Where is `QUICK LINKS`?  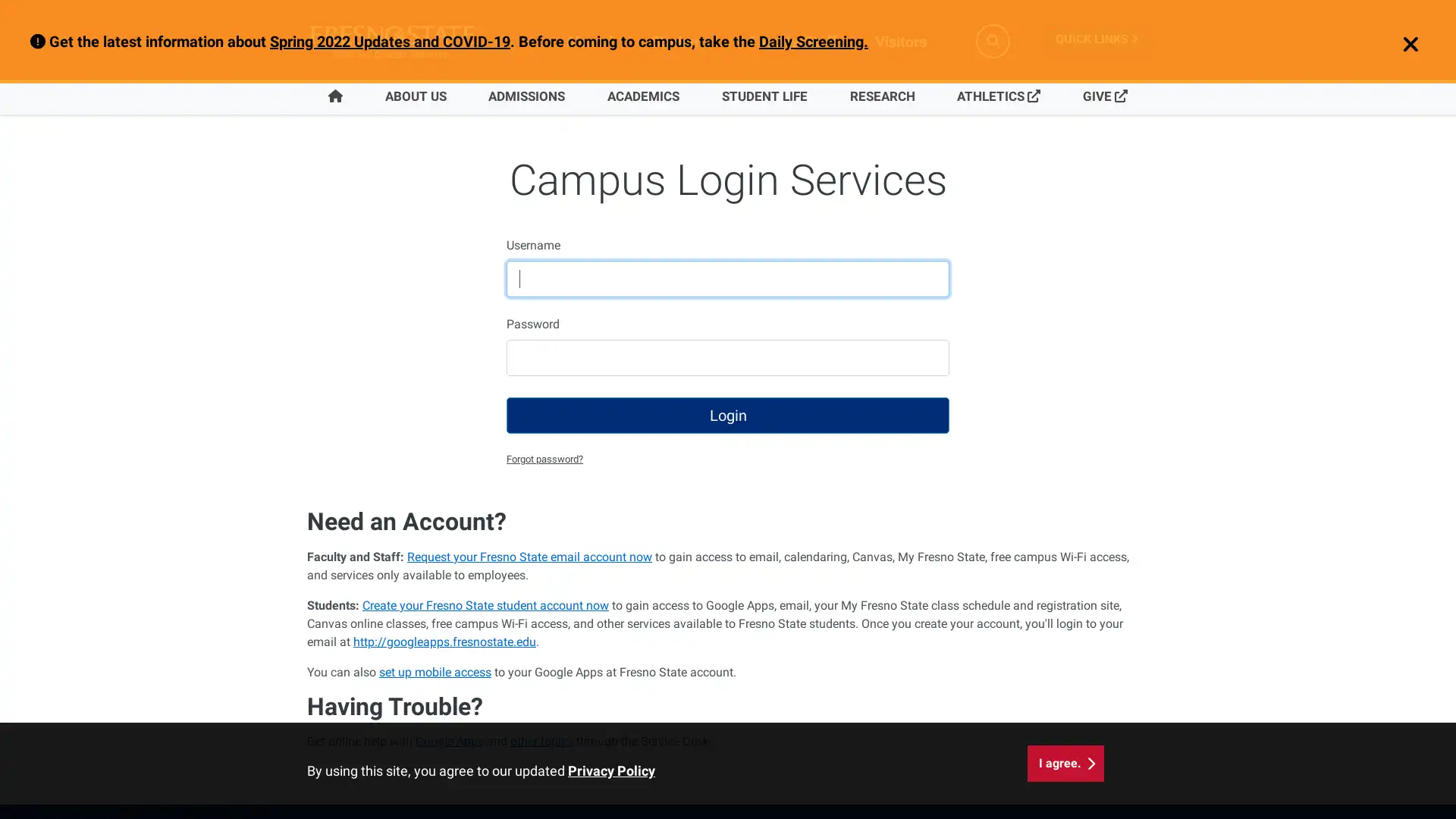
QUICK LINKS is located at coordinates (1096, 38).